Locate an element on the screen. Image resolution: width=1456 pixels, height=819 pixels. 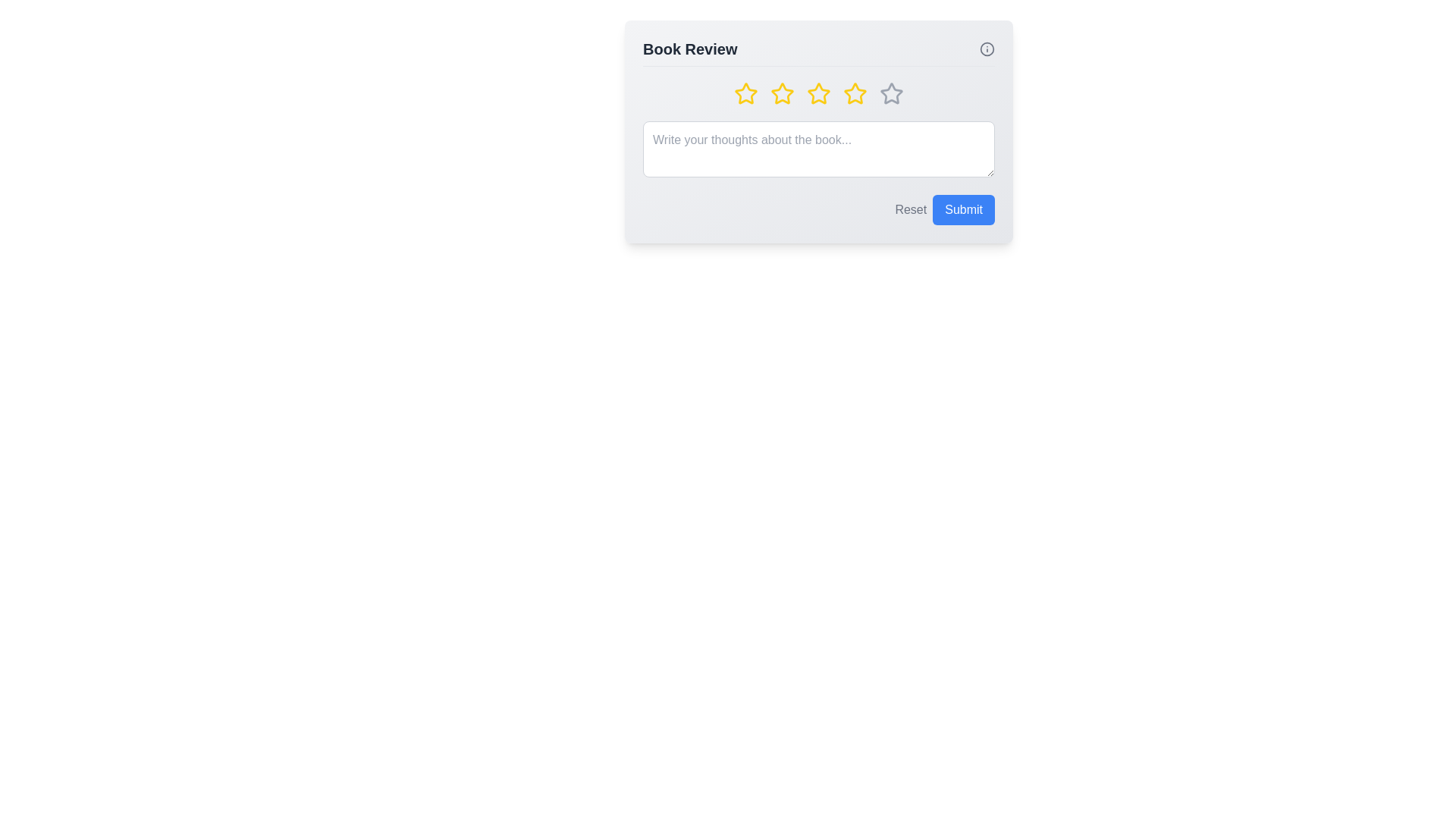
the star corresponding to the desired rating 2 is located at coordinates (783, 93).